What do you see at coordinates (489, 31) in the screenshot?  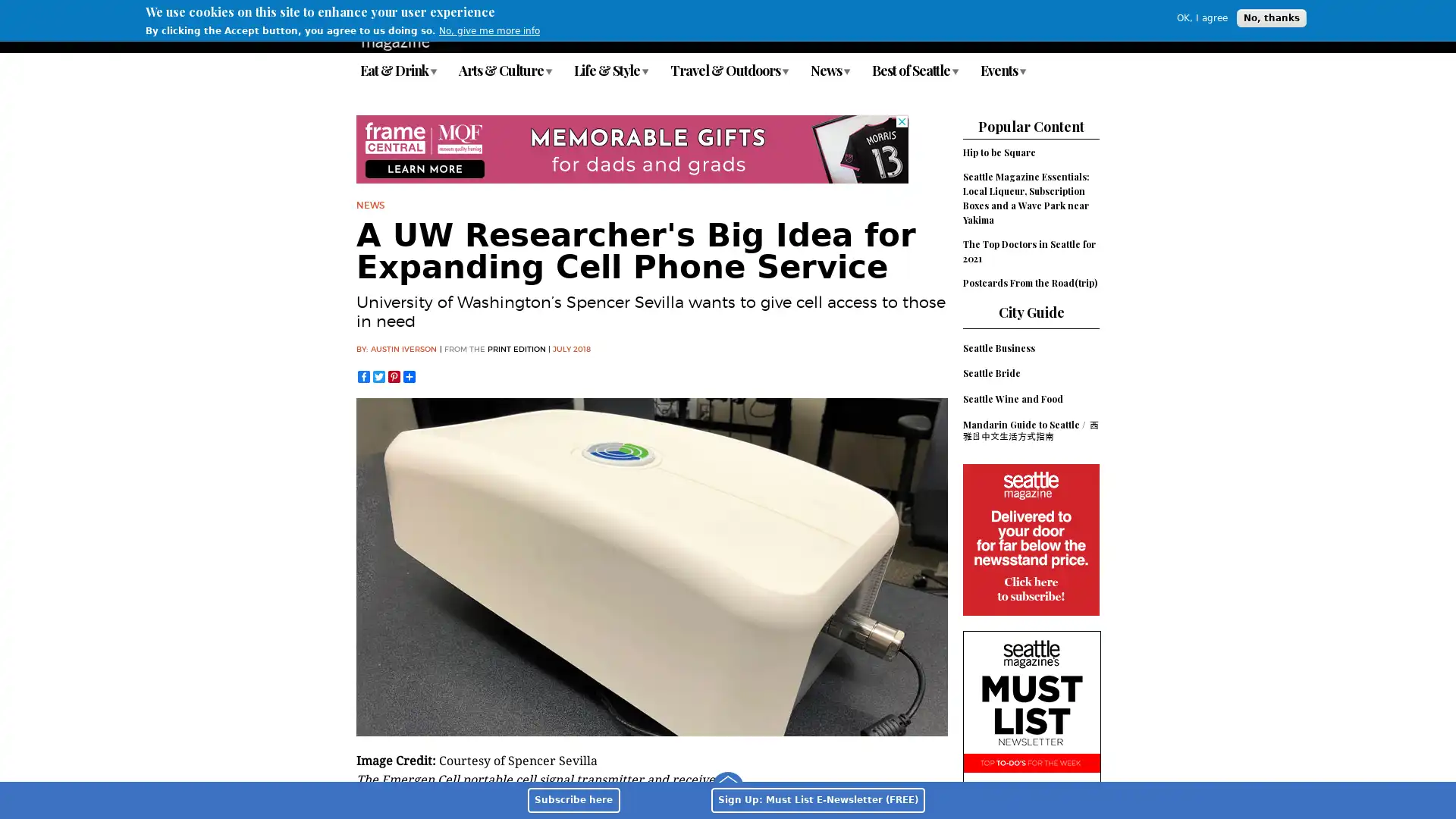 I see `No, give me more info` at bounding box center [489, 31].